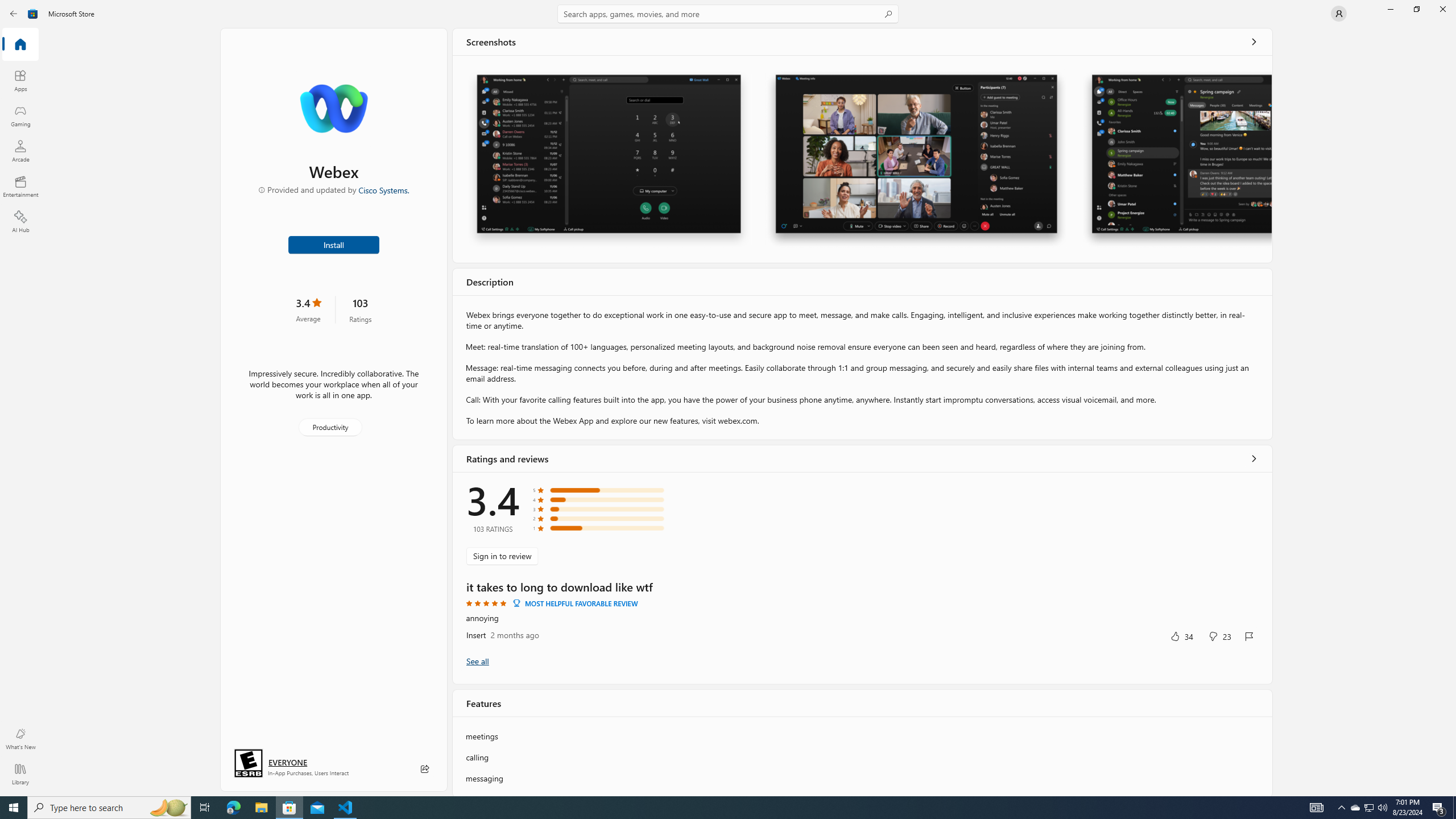  What do you see at coordinates (19, 738) in the screenshot?
I see `'What'` at bounding box center [19, 738].